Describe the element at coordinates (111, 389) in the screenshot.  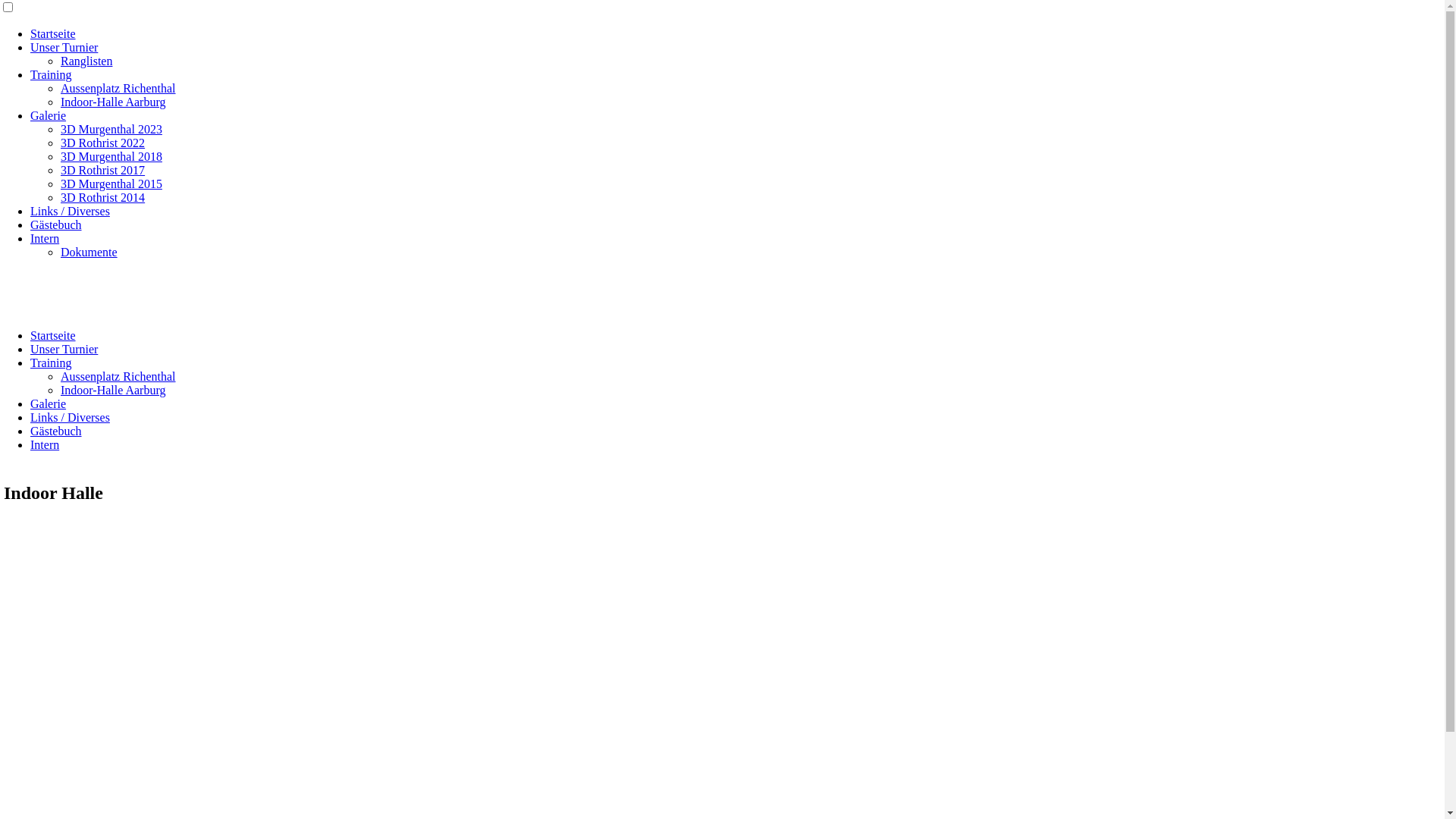
I see `'Indoor-Halle Aarburg'` at that location.